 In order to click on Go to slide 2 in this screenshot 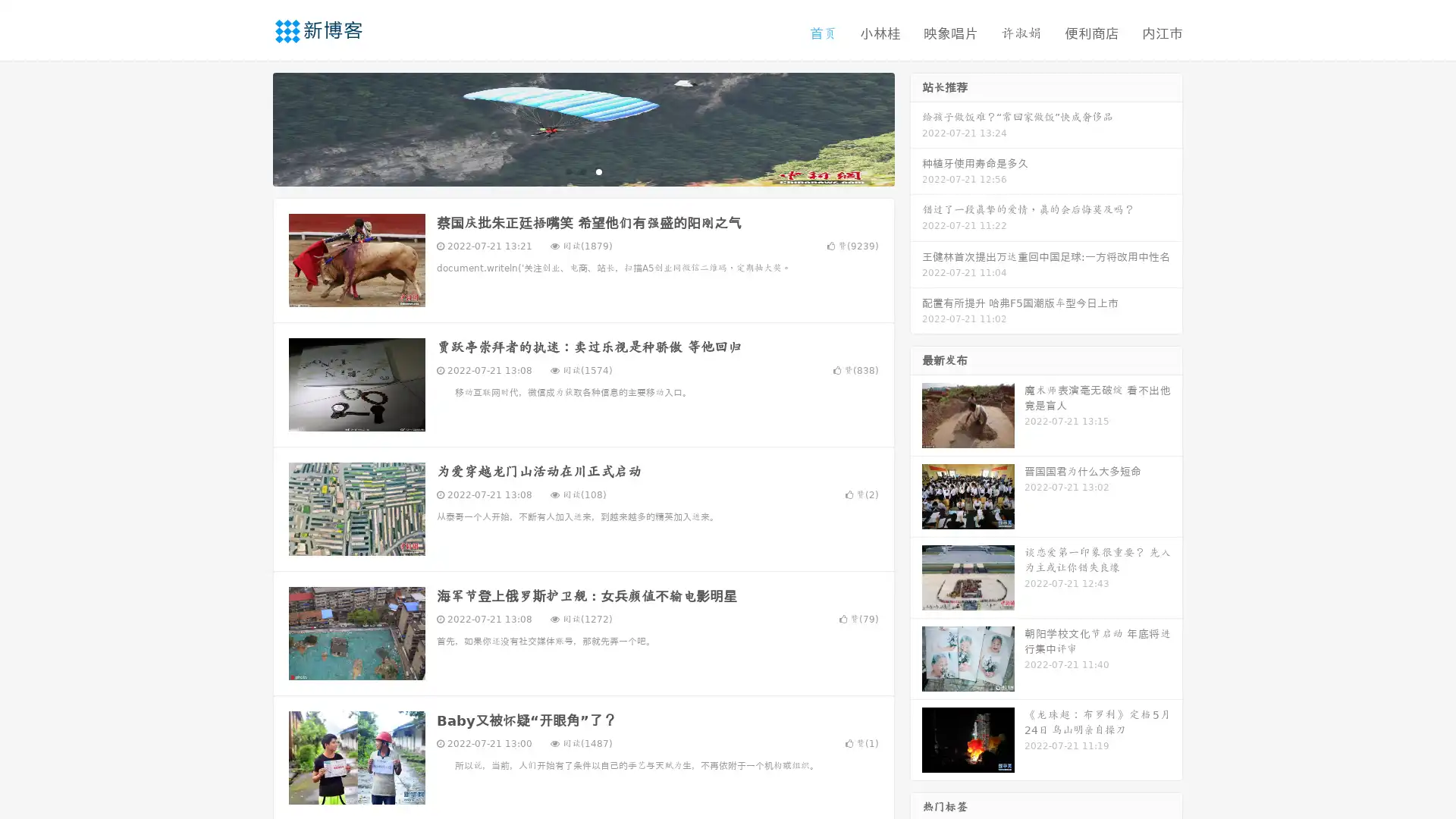, I will do `click(582, 171)`.